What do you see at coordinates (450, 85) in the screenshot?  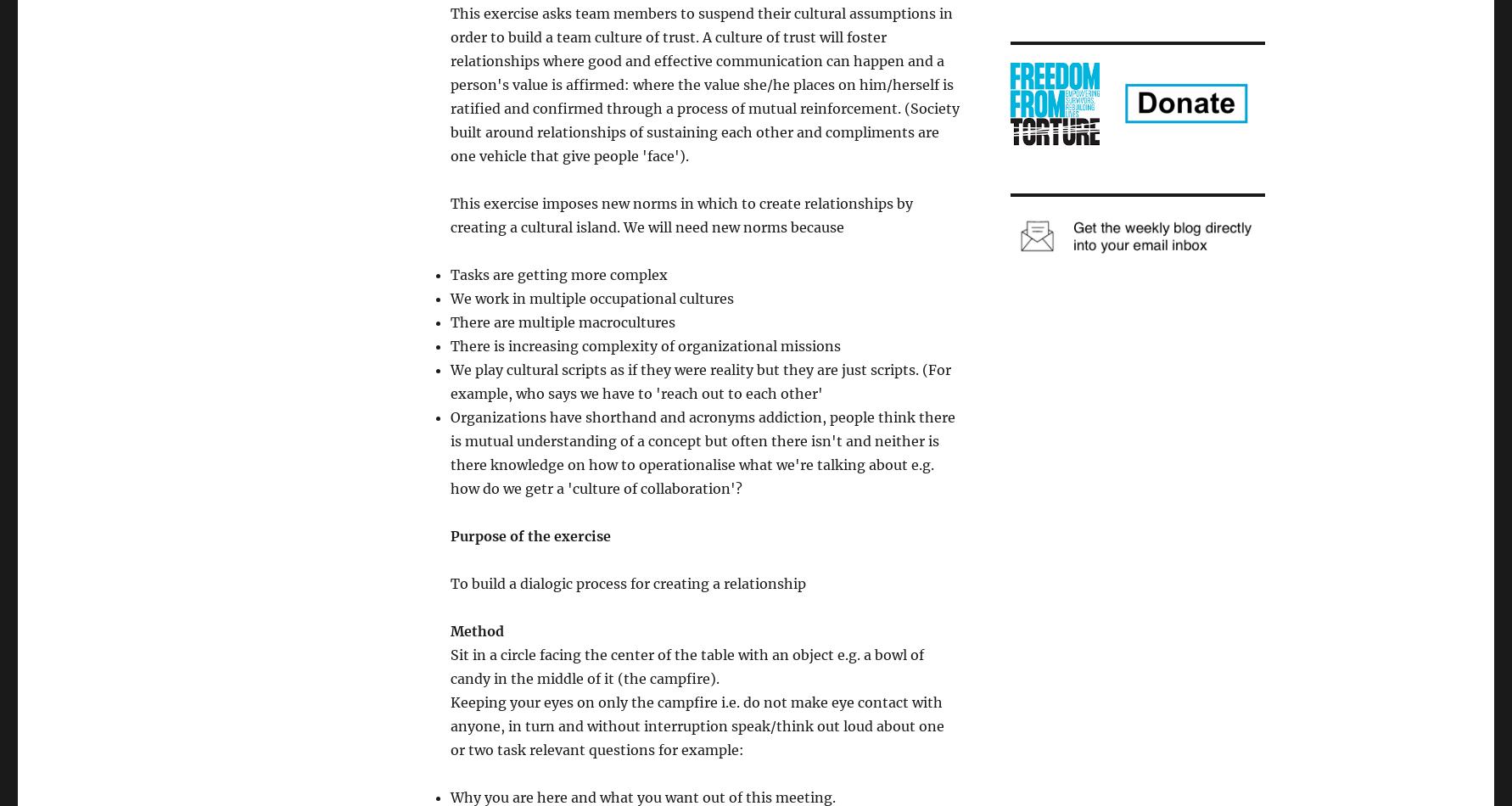 I see `'This exercise asks team members to suspend their cultural assumptions in order to build a team culture of trust.  A culture of trust will foster relationships where good and effective communication can happen and a person's value is affirmed: where the value she/he places on him/herself  is ratified and confirmed through a process of mutual reinforcement.  (Society built around relationships of sustaining each other and compliments are one vehicle that give people 'face').'` at bounding box center [450, 85].